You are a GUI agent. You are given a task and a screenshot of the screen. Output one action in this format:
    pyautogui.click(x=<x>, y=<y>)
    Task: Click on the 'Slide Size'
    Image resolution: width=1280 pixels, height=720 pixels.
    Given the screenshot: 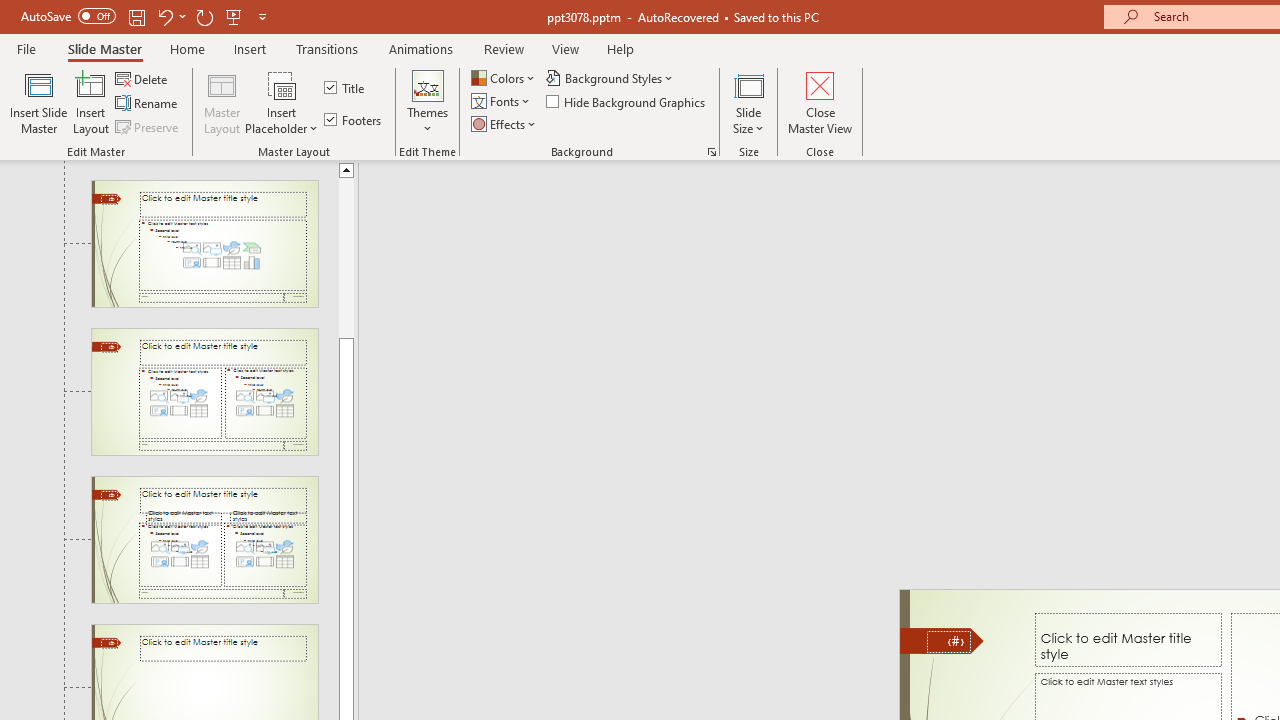 What is the action you would take?
    pyautogui.click(x=748, y=103)
    